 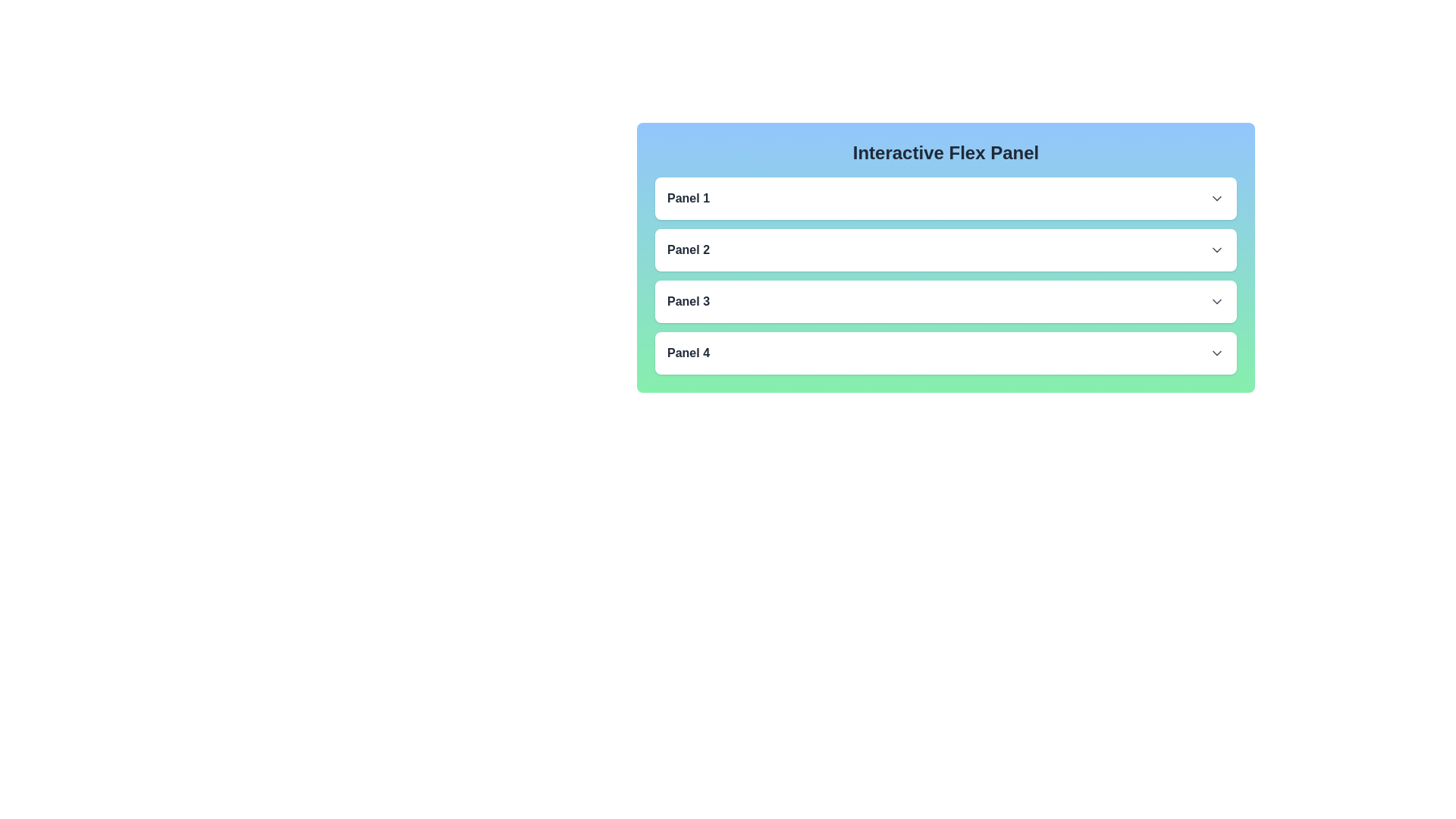 I want to click on text content of the Text Label indicating 'Panel 1', which serves as the header for the first collapsible panel, so click(x=687, y=198).